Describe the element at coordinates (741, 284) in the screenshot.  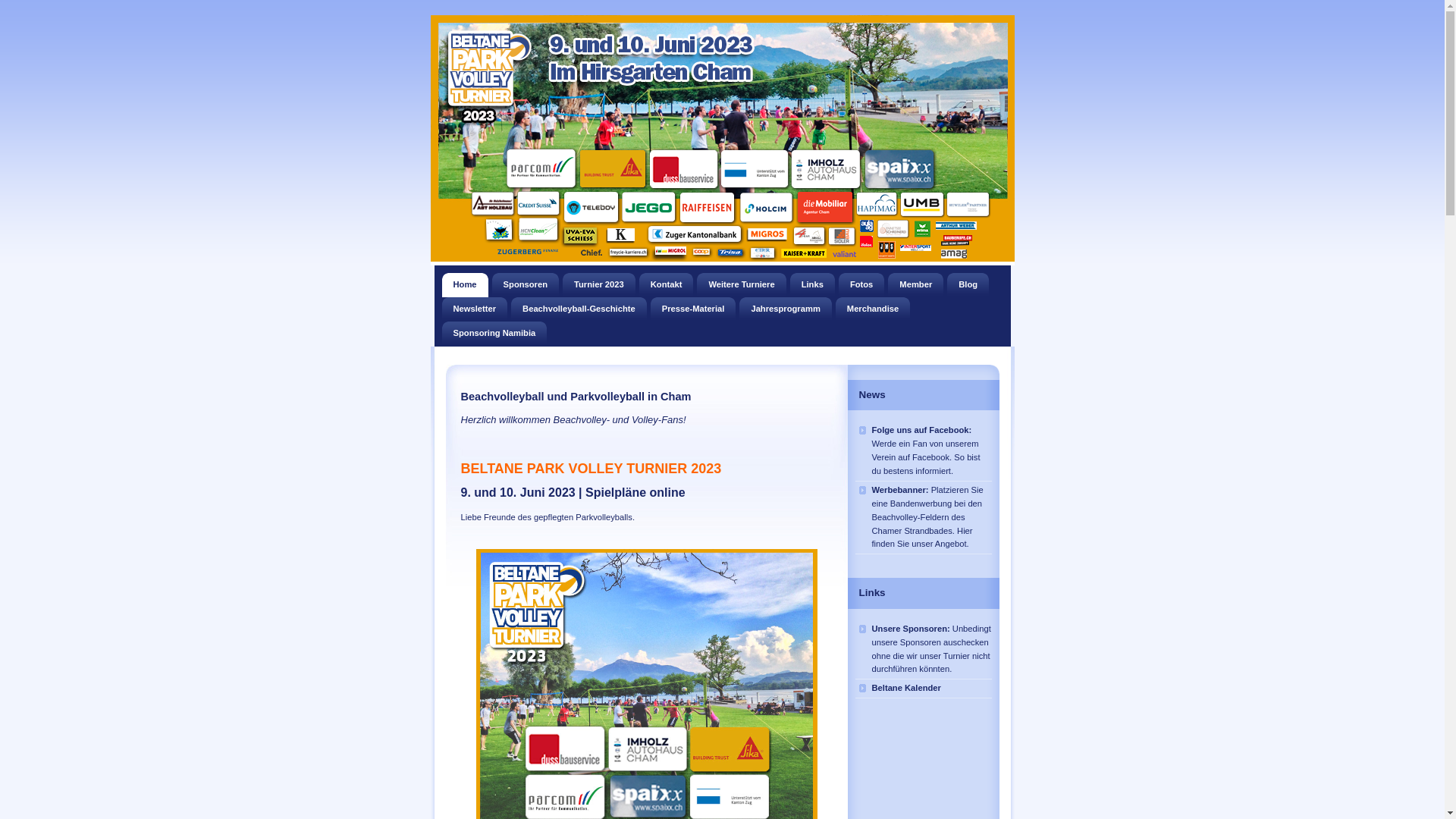
I see `'Weitere Turniere` at that location.